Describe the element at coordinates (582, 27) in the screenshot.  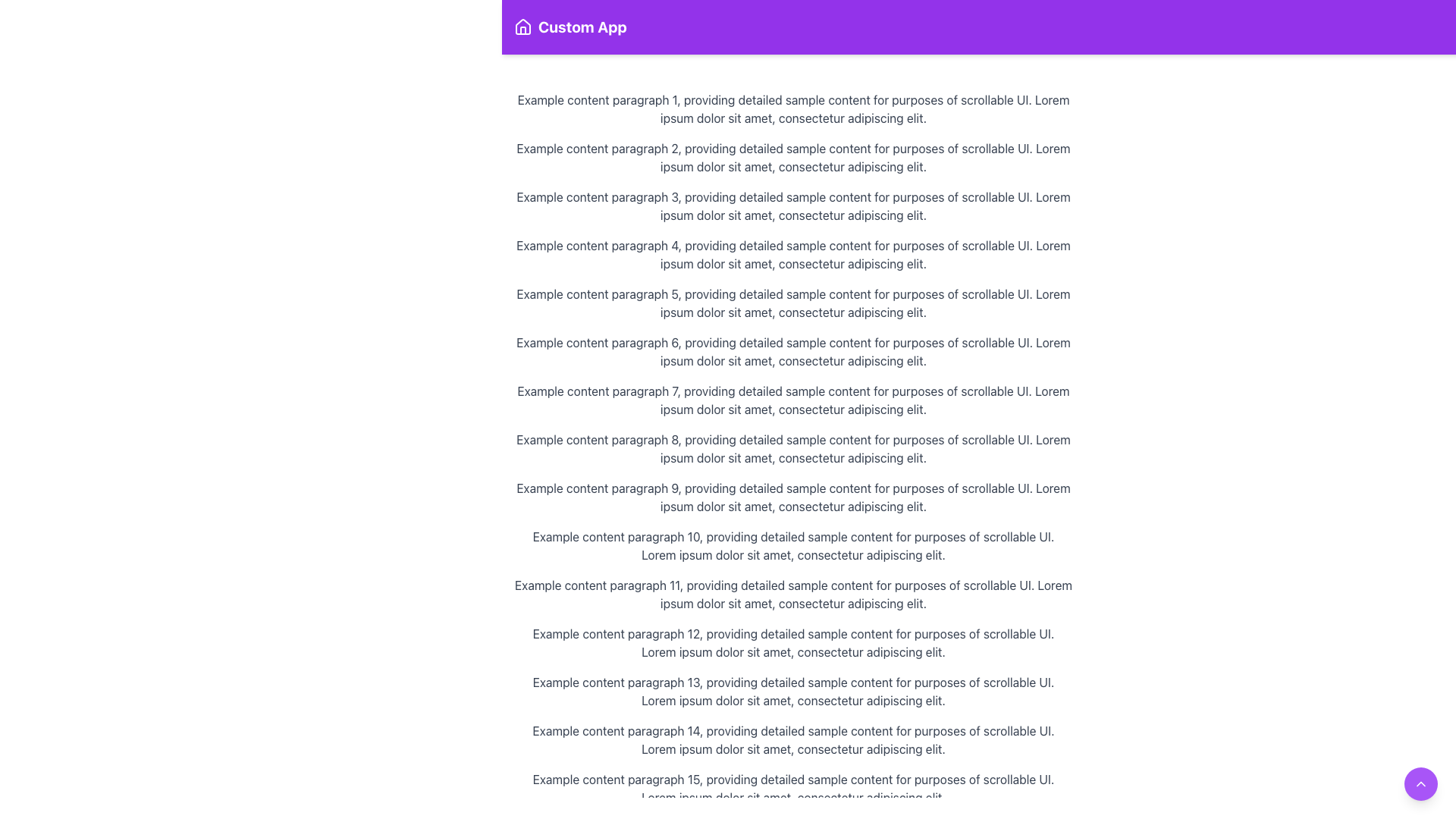
I see `text content of the title label indicating 'Custom App', which is located in the purple header bar at the top of the page, aligned to the right of a house-like icon` at that location.